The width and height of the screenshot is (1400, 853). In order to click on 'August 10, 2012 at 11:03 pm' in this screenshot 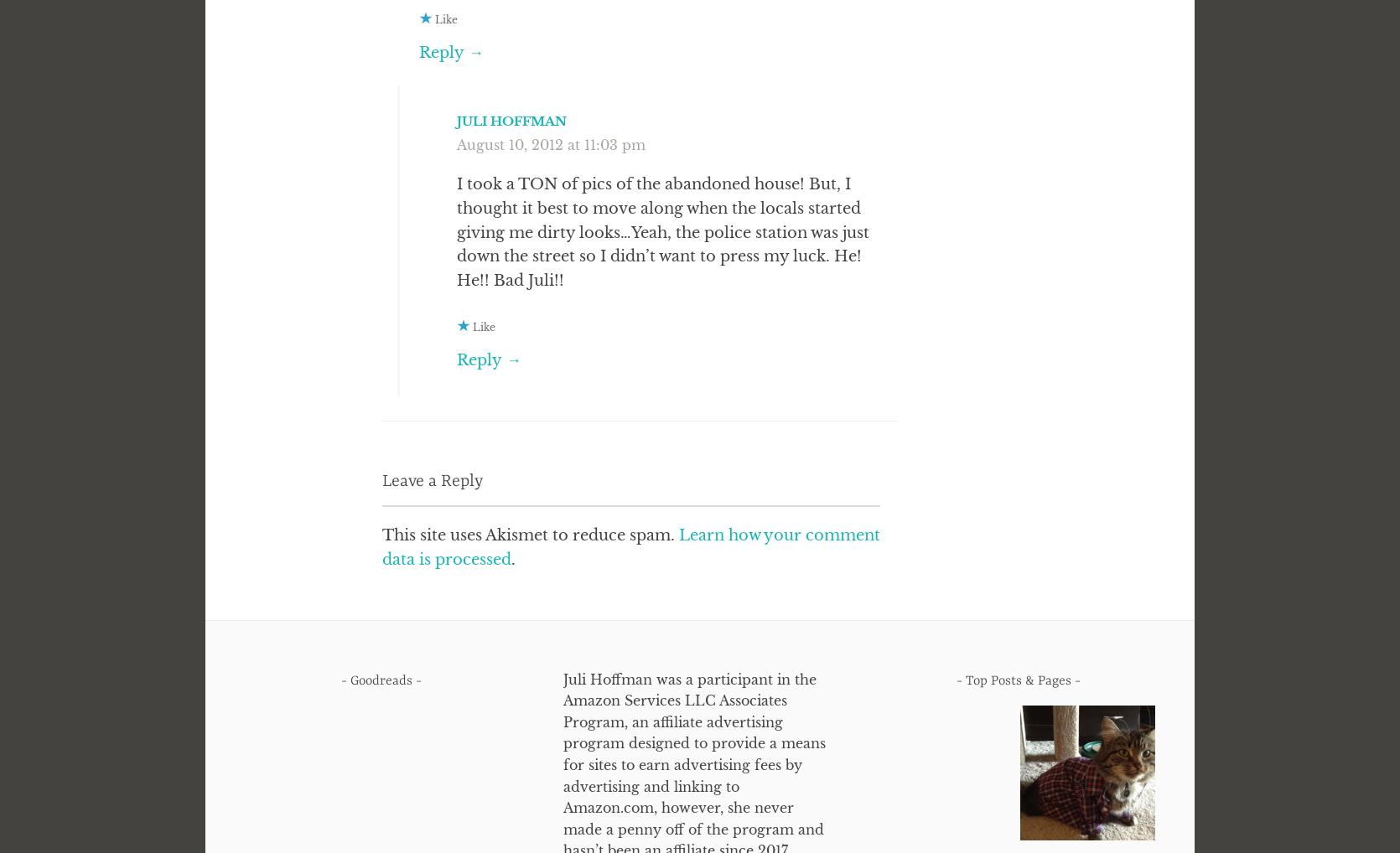, I will do `click(550, 144)`.